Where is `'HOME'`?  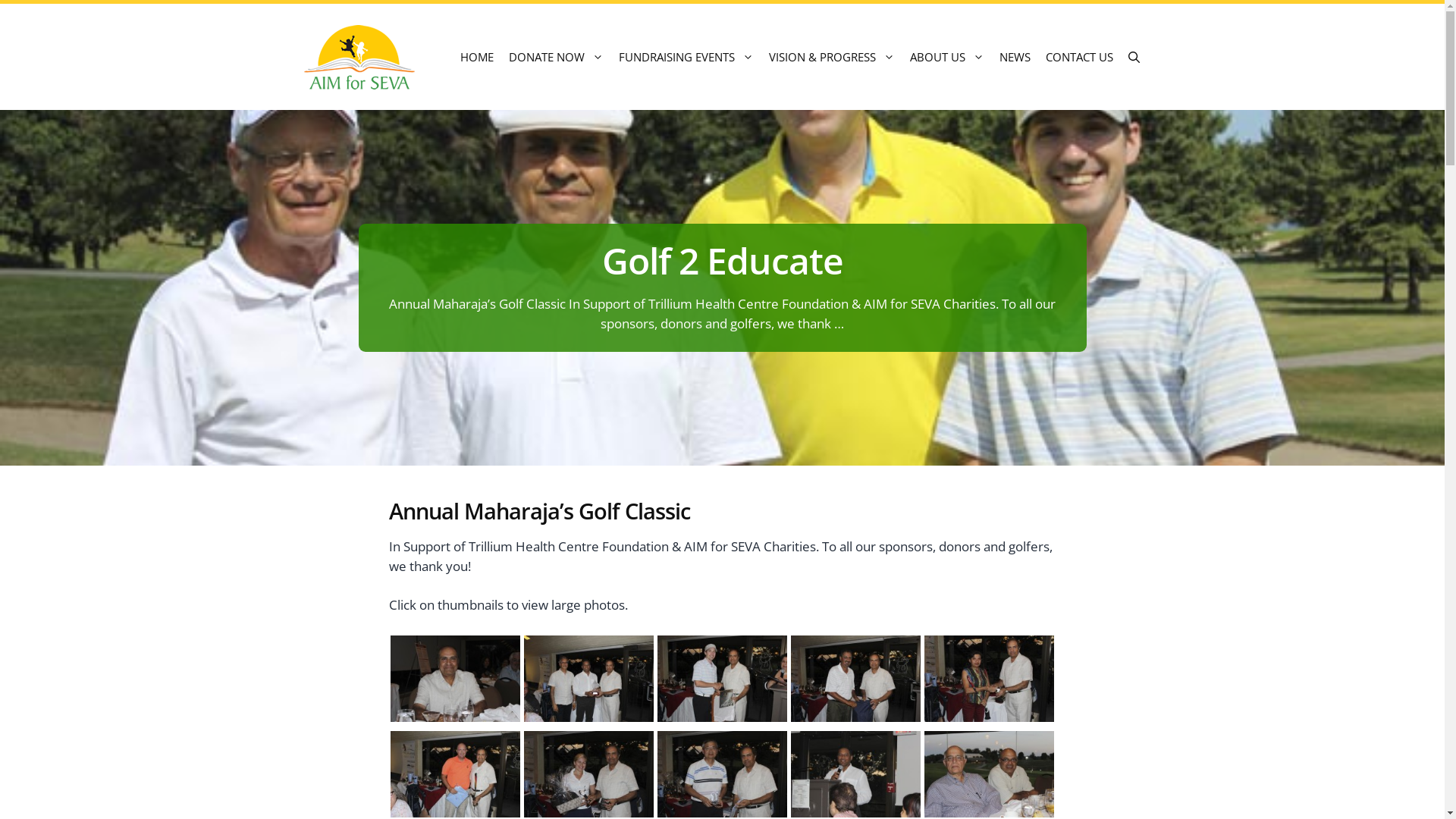 'HOME' is located at coordinates (475, 55).